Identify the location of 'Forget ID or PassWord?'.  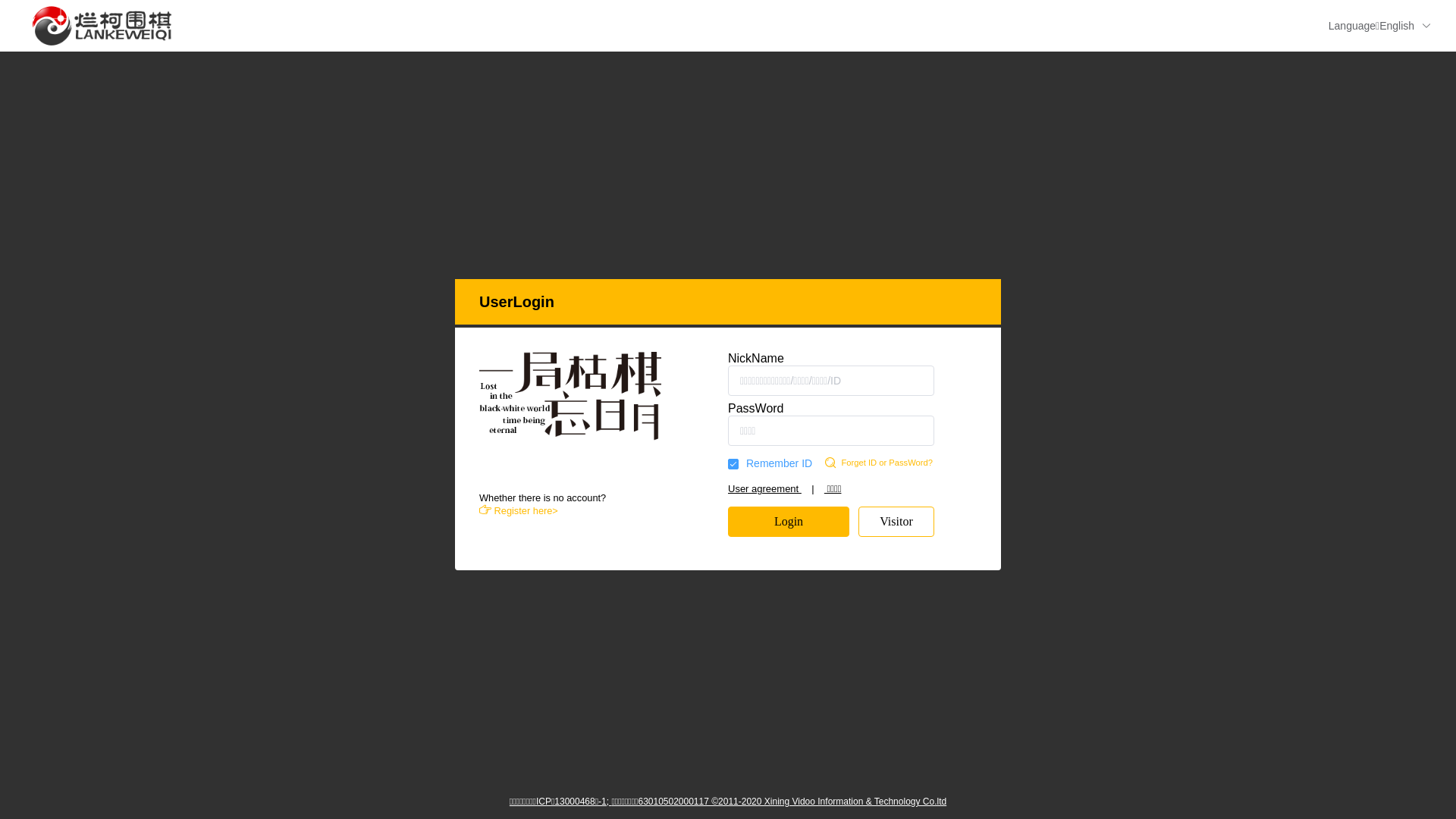
(896, 462).